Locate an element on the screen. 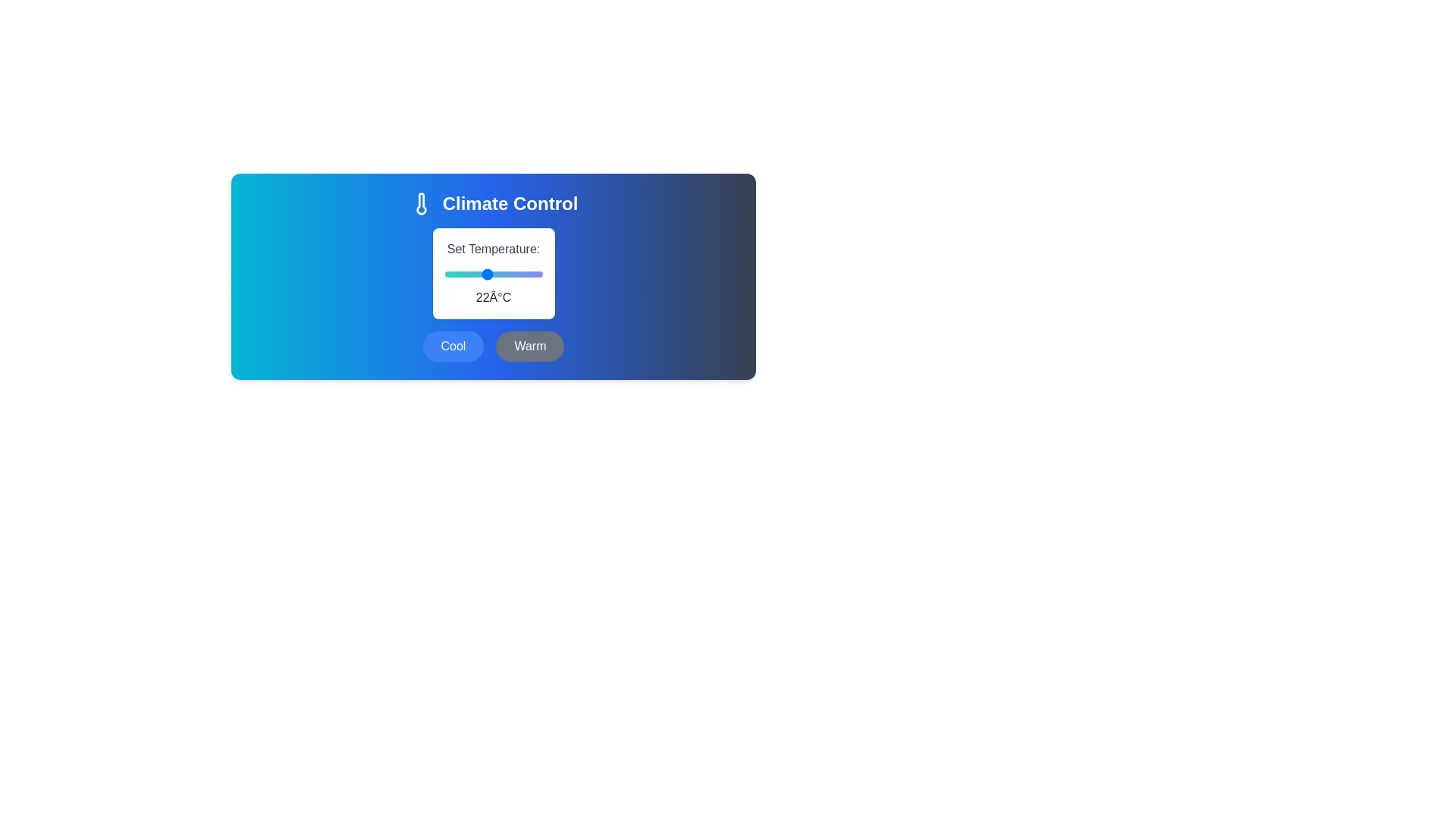  the temperature is located at coordinates (529, 275).